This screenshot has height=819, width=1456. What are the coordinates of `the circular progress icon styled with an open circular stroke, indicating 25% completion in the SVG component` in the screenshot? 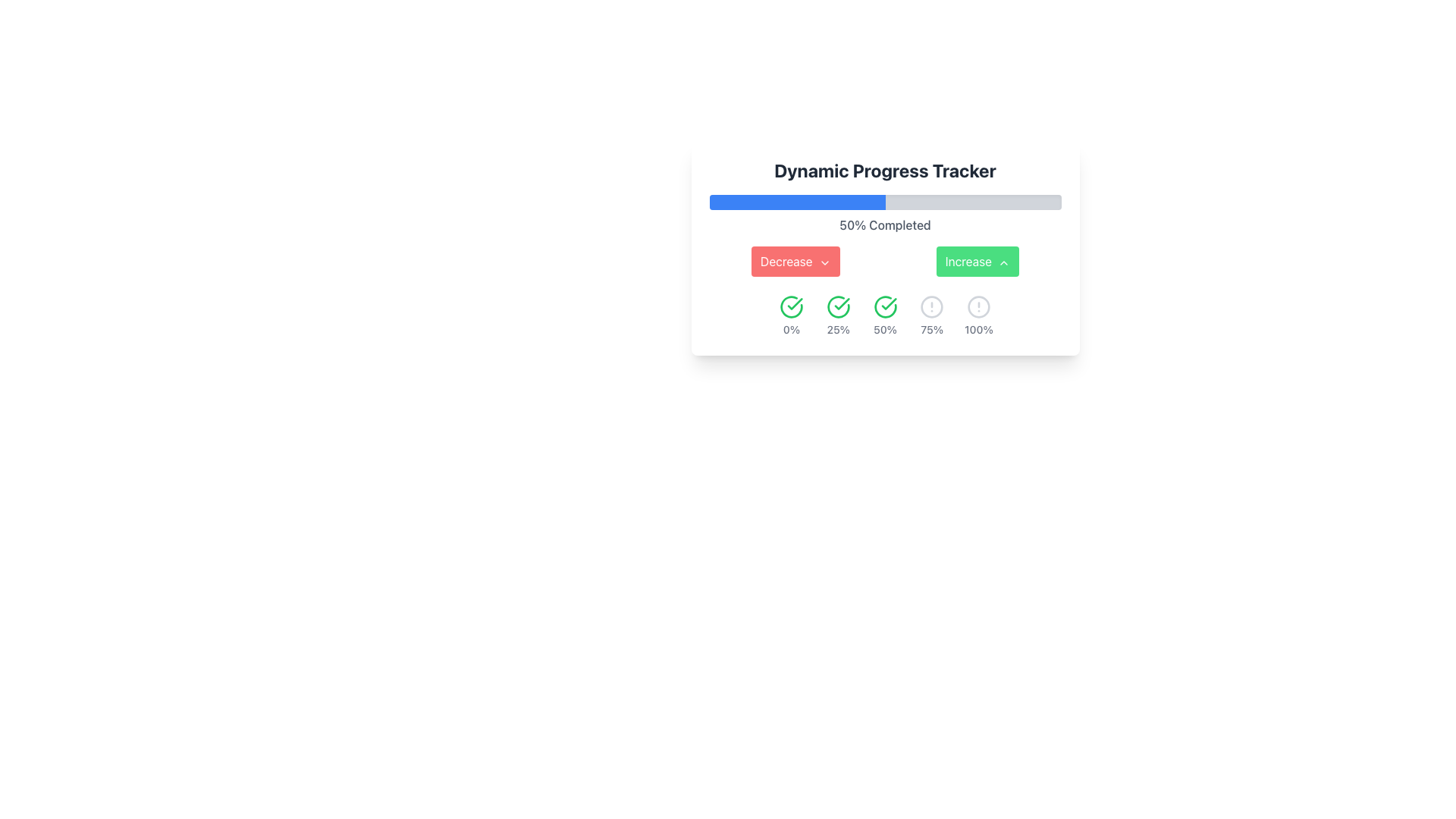 It's located at (790, 307).